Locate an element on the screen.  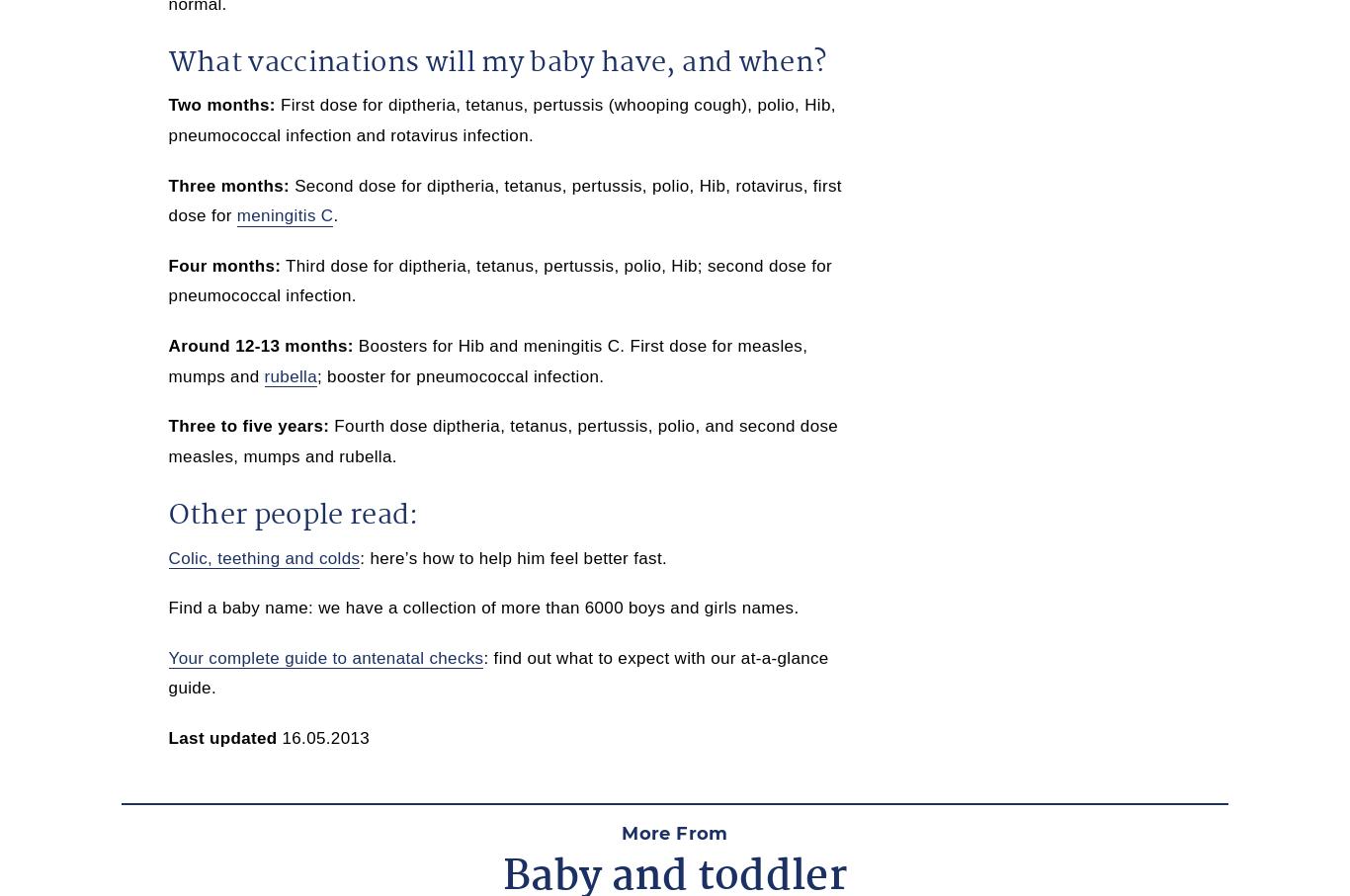
'Boosters for Hib and meningitis C. First dose for measles, mumps and' is located at coordinates (487, 360).